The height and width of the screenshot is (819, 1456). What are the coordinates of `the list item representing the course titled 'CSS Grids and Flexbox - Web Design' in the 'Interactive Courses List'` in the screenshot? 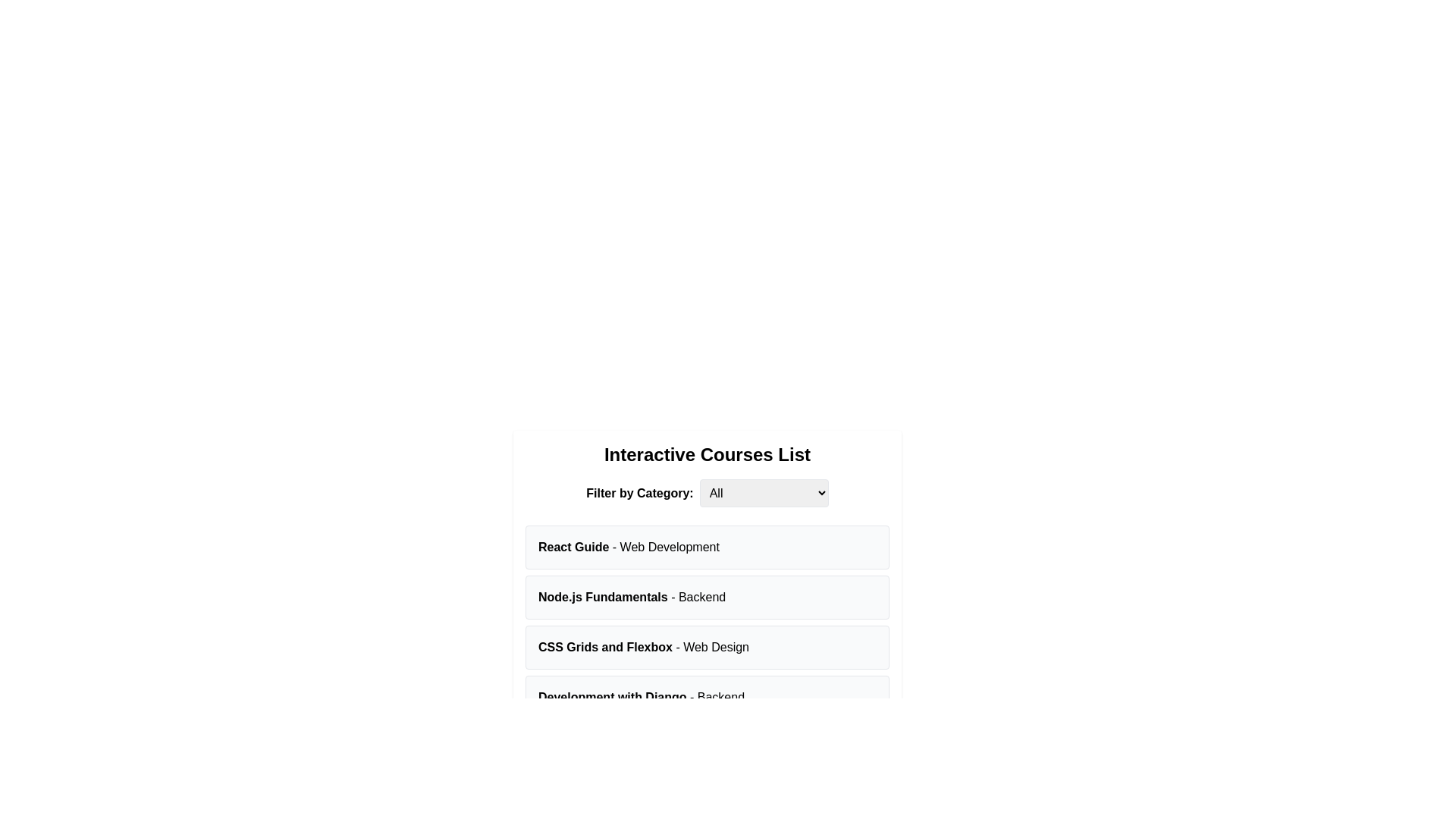 It's located at (706, 647).